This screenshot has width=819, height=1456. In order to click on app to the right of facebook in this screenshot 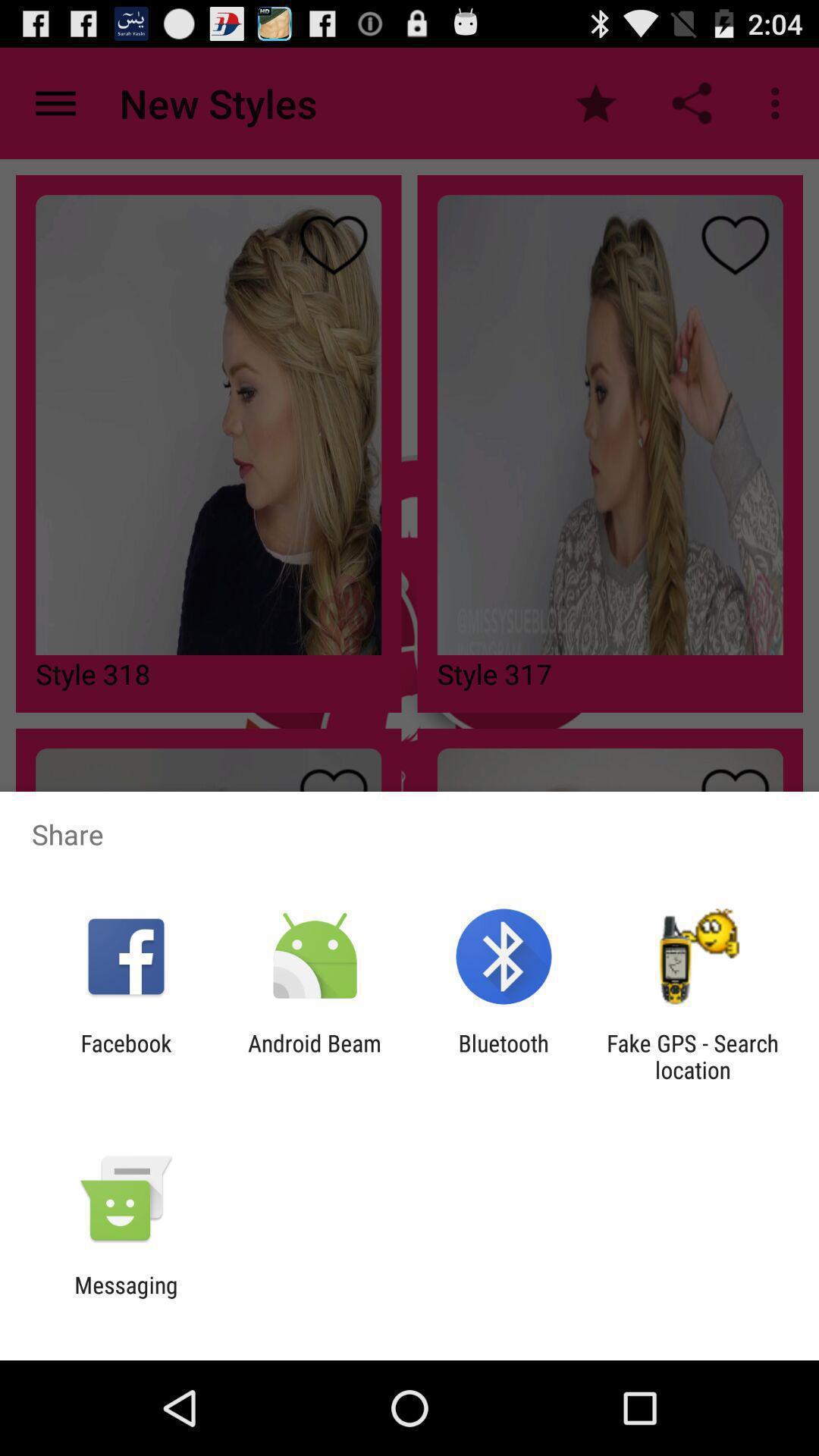, I will do `click(314, 1056)`.